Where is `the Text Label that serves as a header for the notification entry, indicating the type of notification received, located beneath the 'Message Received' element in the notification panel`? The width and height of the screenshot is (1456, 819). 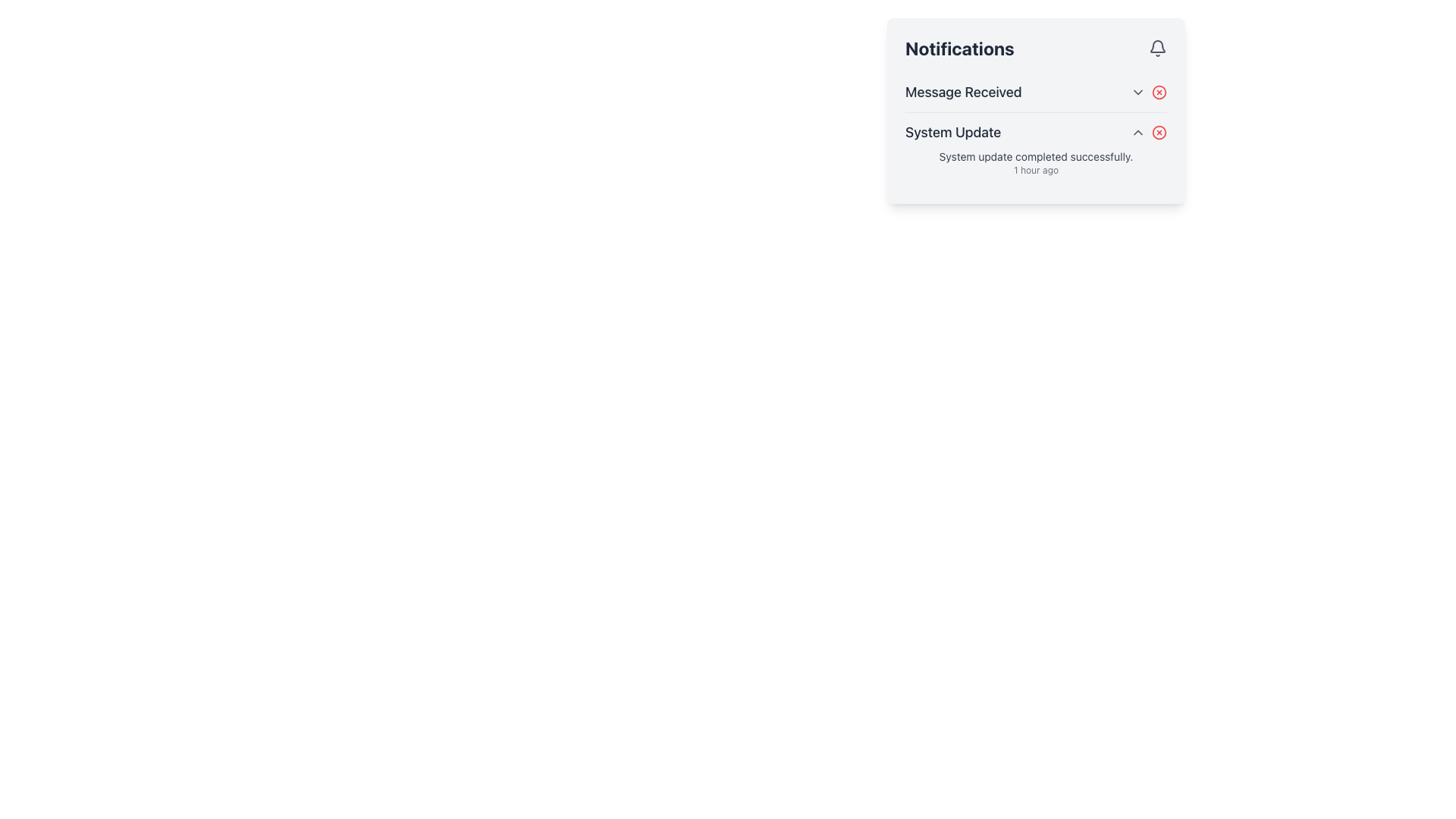 the Text Label that serves as a header for the notification entry, indicating the type of notification received, located beneath the 'Message Received' element in the notification panel is located at coordinates (952, 131).